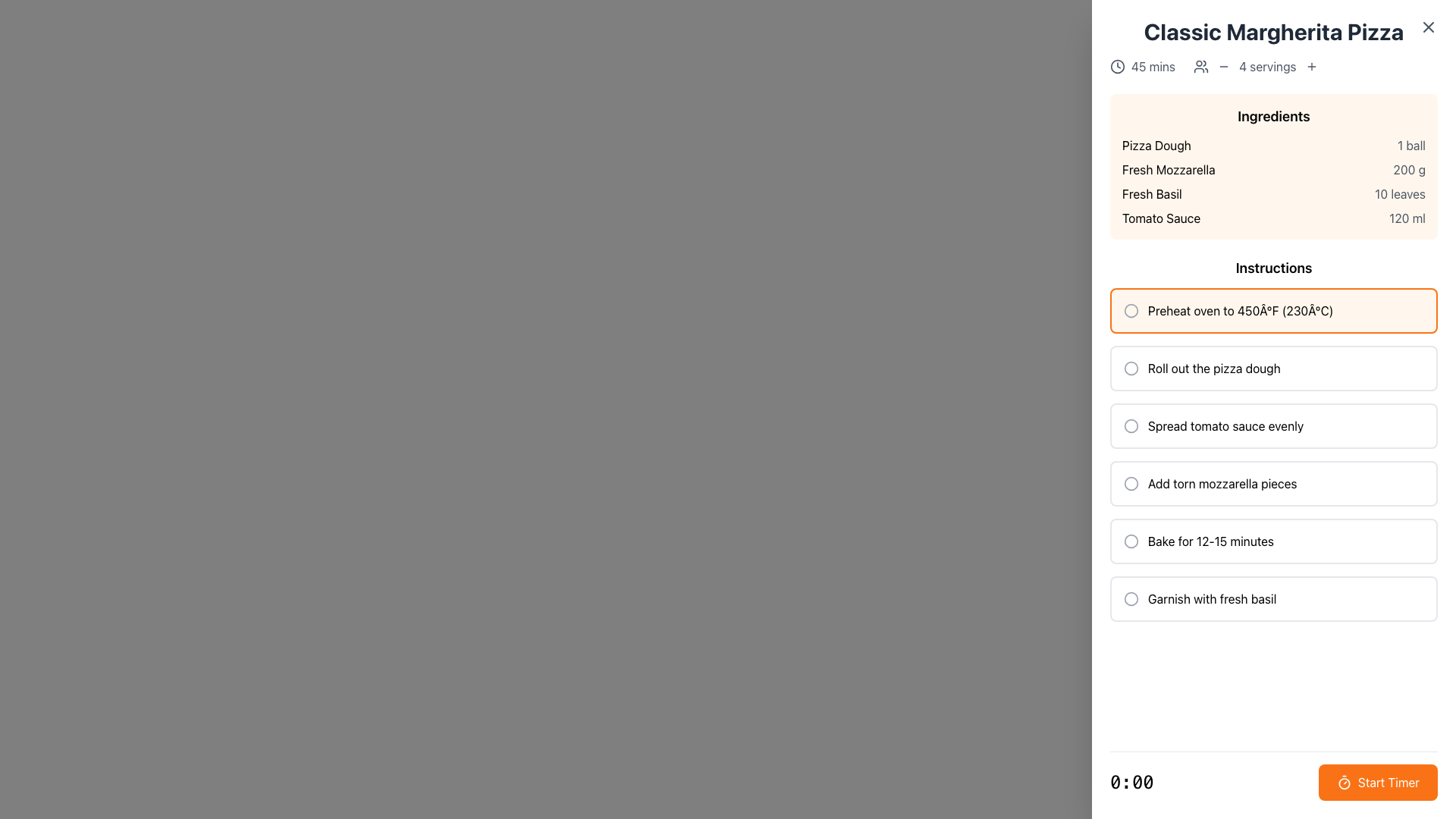 The image size is (1456, 819). Describe the element at coordinates (1131, 598) in the screenshot. I see `the Circle icon, which serves as a visual indicator for the step status, located at the leftmost position of the line containing the text 'Garnish with fresh basil'` at that location.